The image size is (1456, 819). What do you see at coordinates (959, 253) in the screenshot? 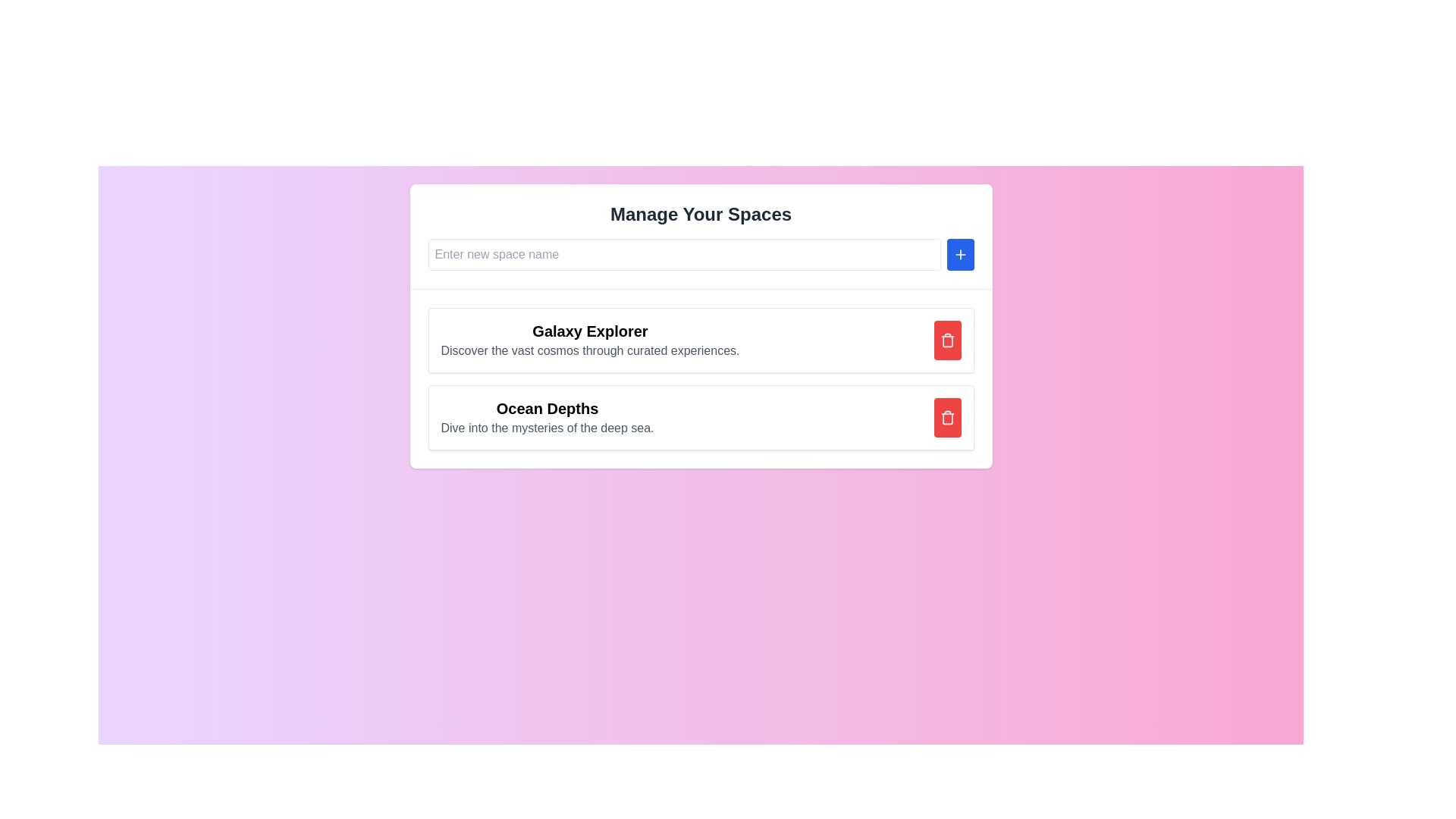
I see `the button with a plus icon located in the top-right of the layout` at bounding box center [959, 253].